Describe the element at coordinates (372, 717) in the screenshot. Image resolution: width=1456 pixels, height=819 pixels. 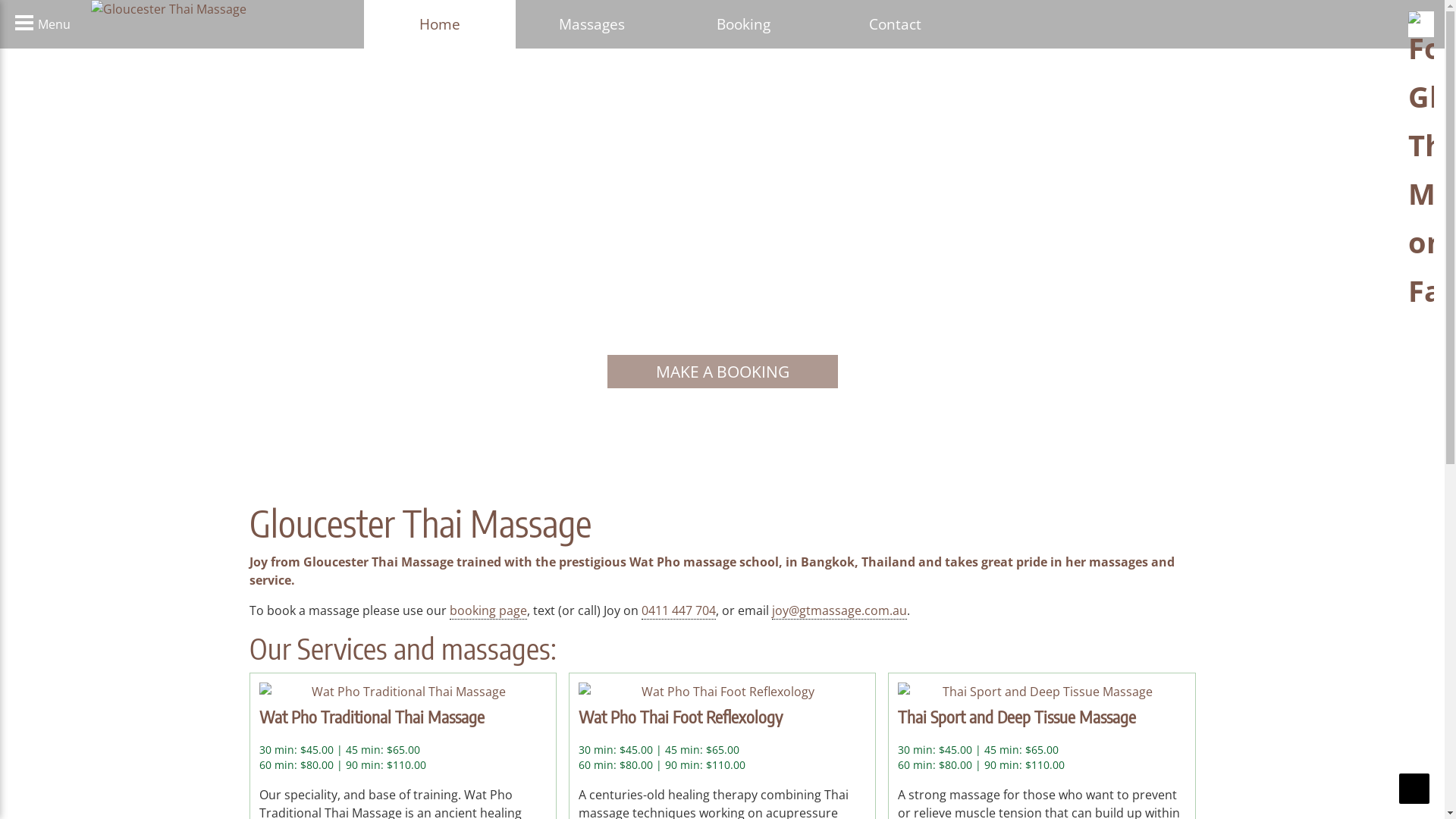
I see `'Wat Pho Traditional Thai Massage'` at that location.